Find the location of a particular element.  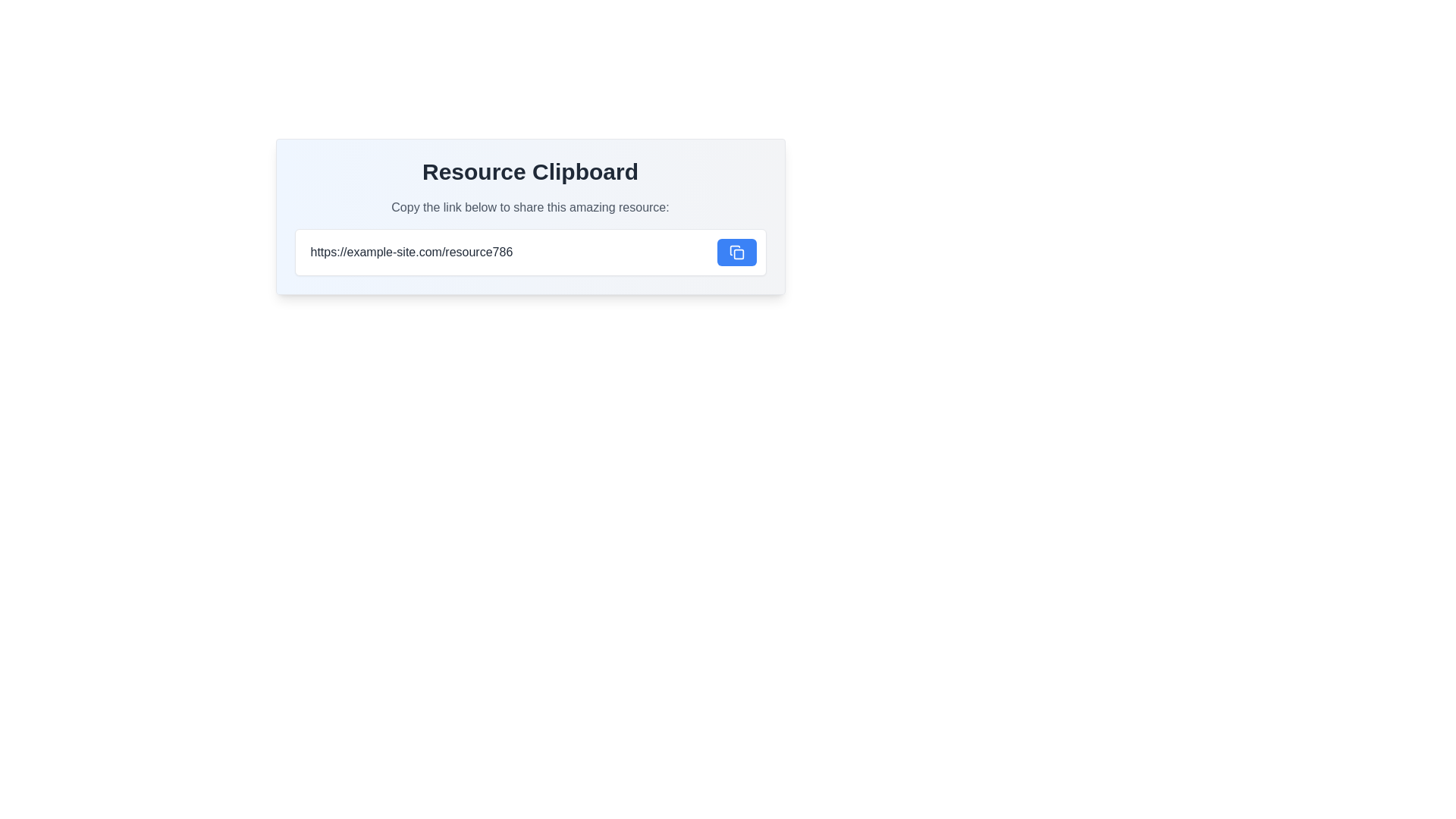

the Text Label that provides instruction or context about sharing a resource via the URL, positioned below the 'Resource Clipboard' title and above the URL input field is located at coordinates (530, 207).